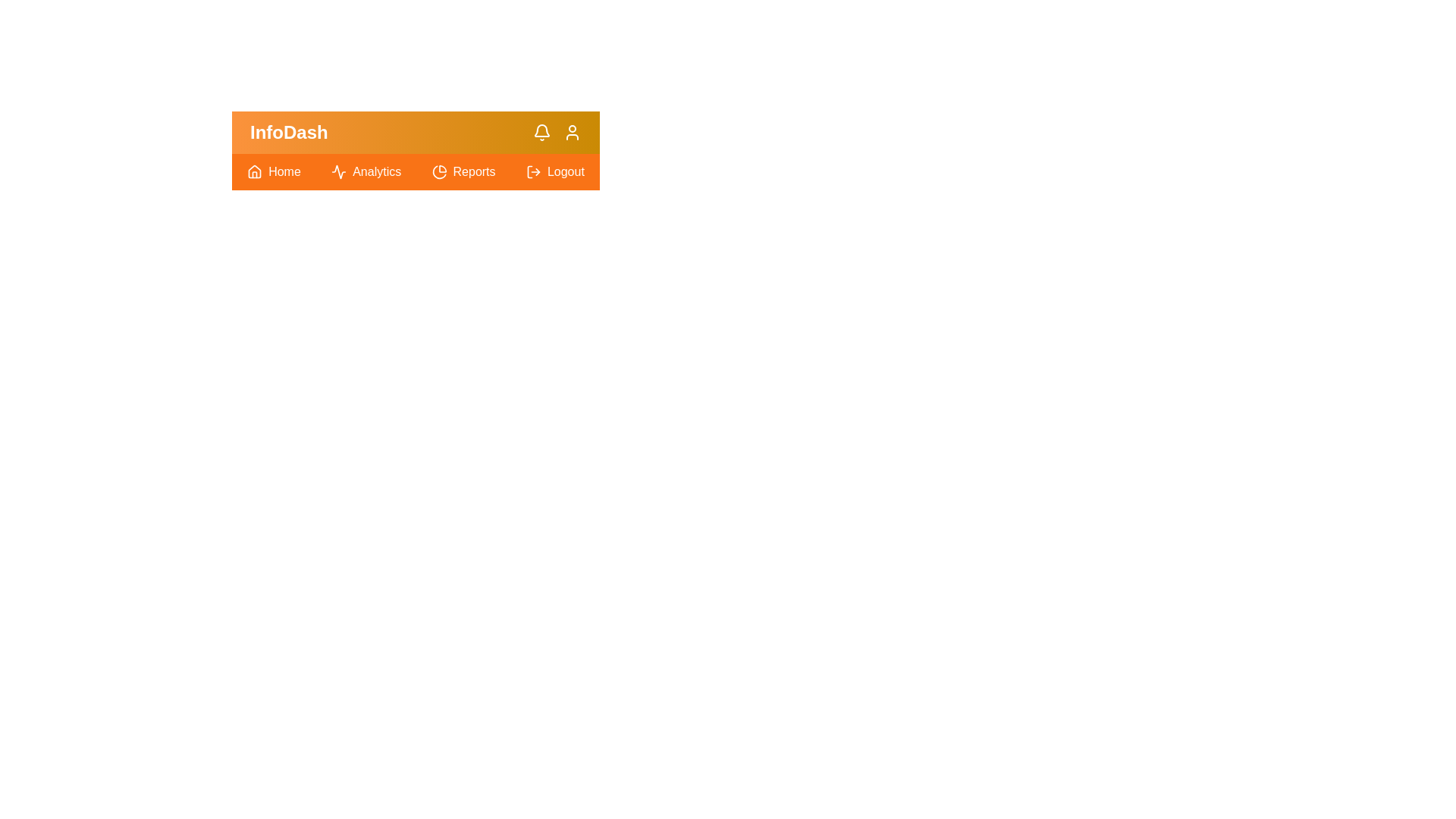  Describe the element at coordinates (571, 131) in the screenshot. I see `the user icon to access user settings` at that location.